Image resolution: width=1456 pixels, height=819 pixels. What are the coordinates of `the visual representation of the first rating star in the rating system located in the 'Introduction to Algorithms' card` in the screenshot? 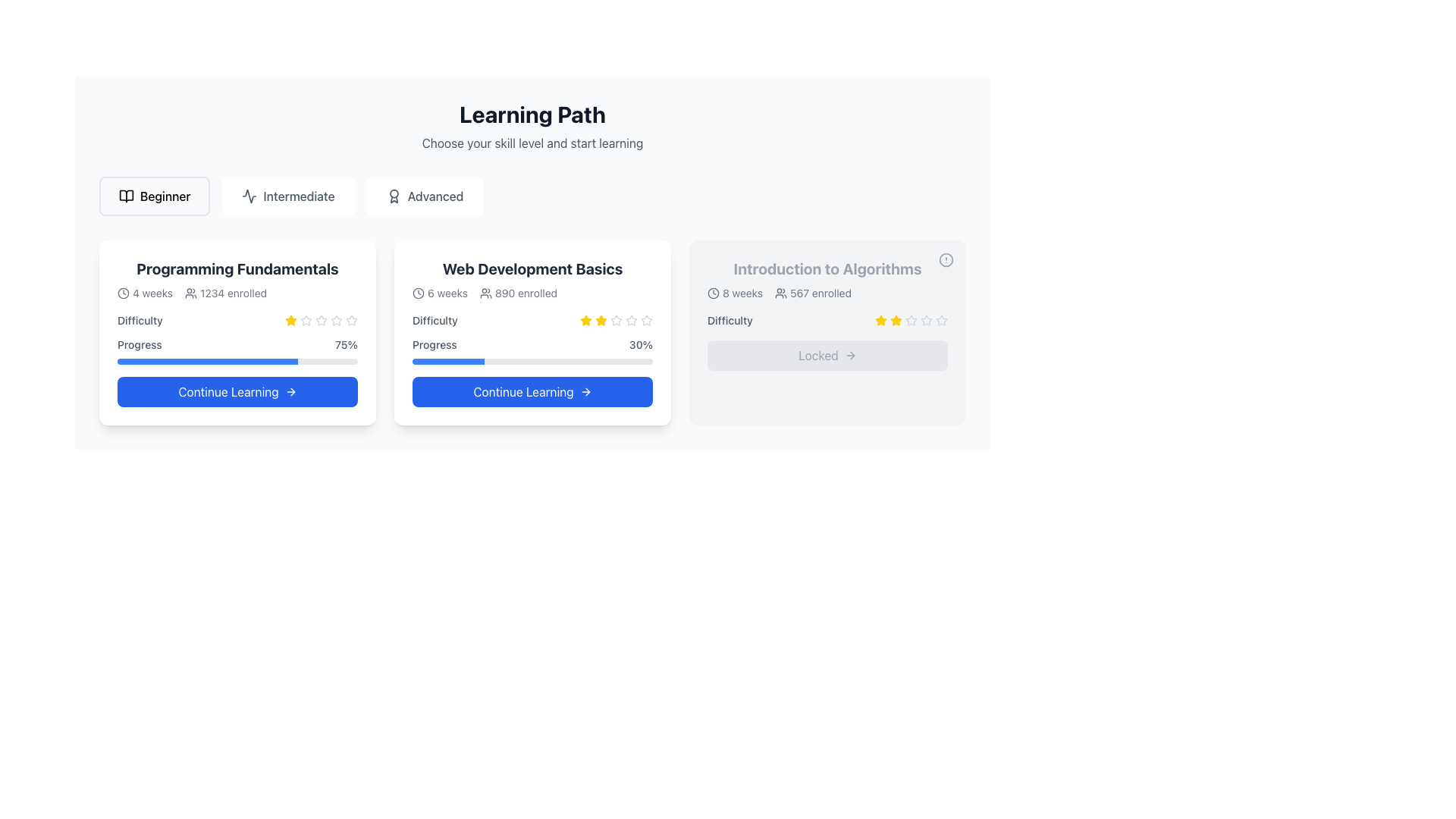 It's located at (880, 320).